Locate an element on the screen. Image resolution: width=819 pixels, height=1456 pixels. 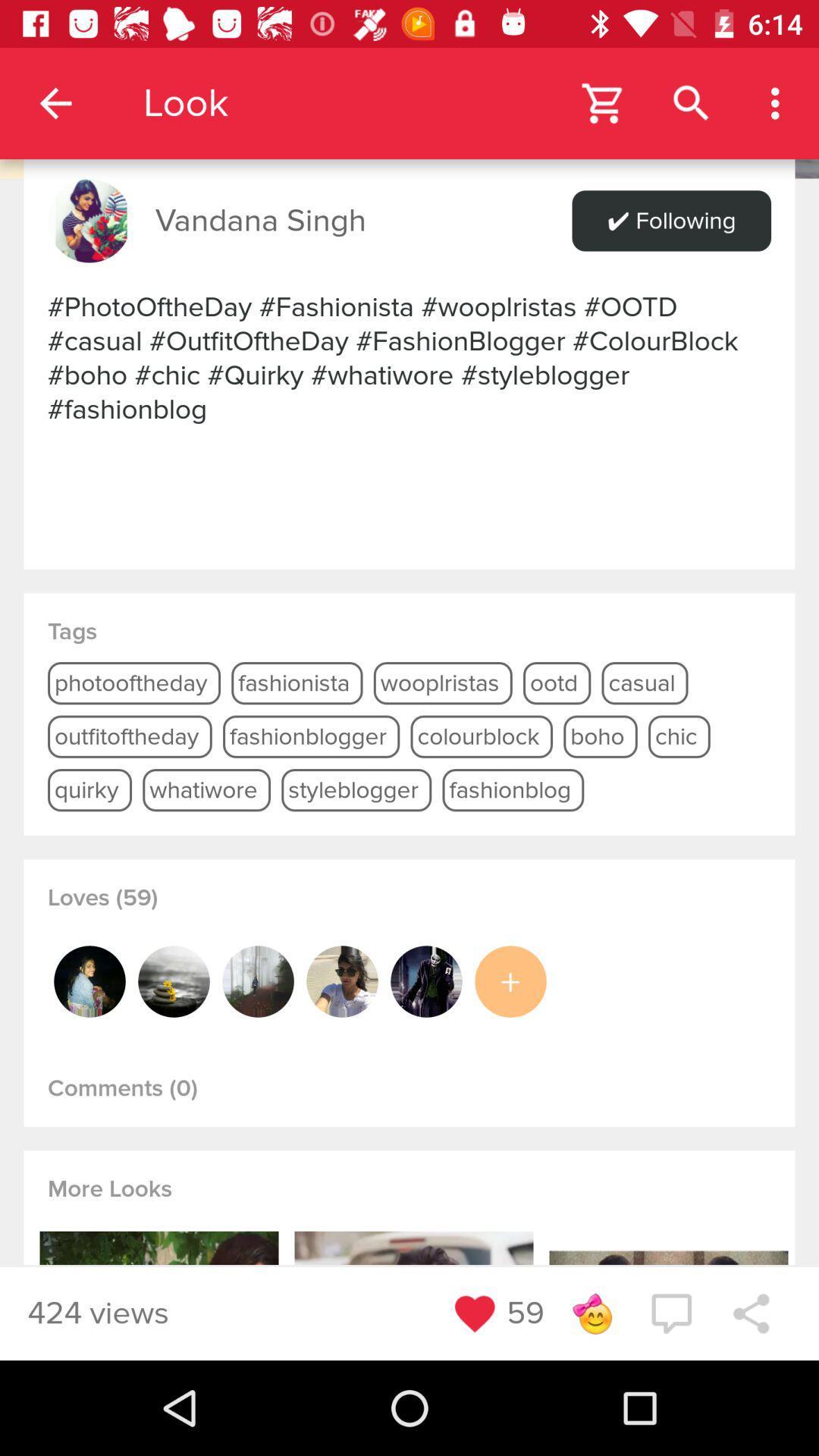
icon next to vandana singh item is located at coordinates (89, 220).